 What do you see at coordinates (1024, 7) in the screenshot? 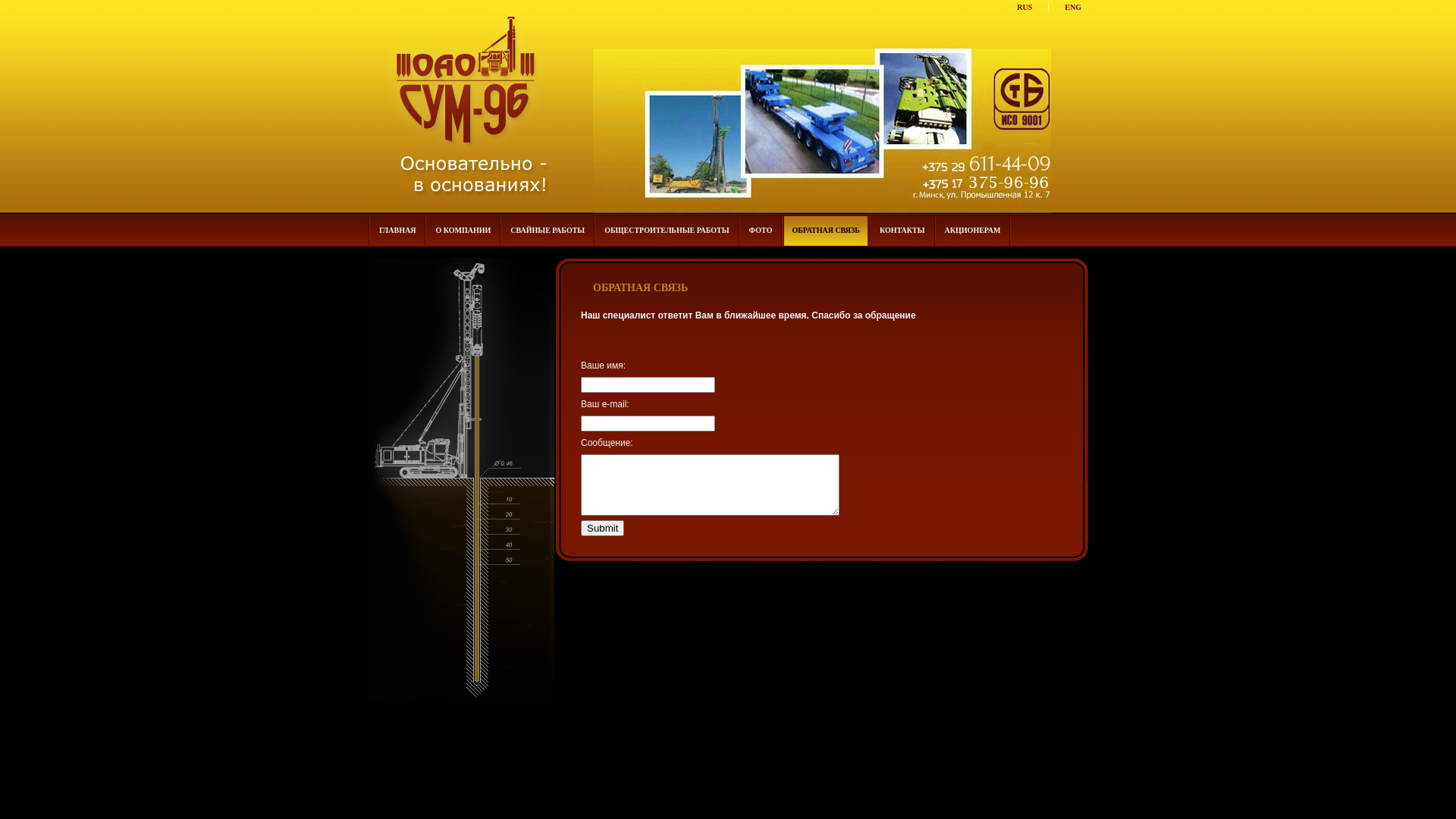
I see `'RUS'` at bounding box center [1024, 7].